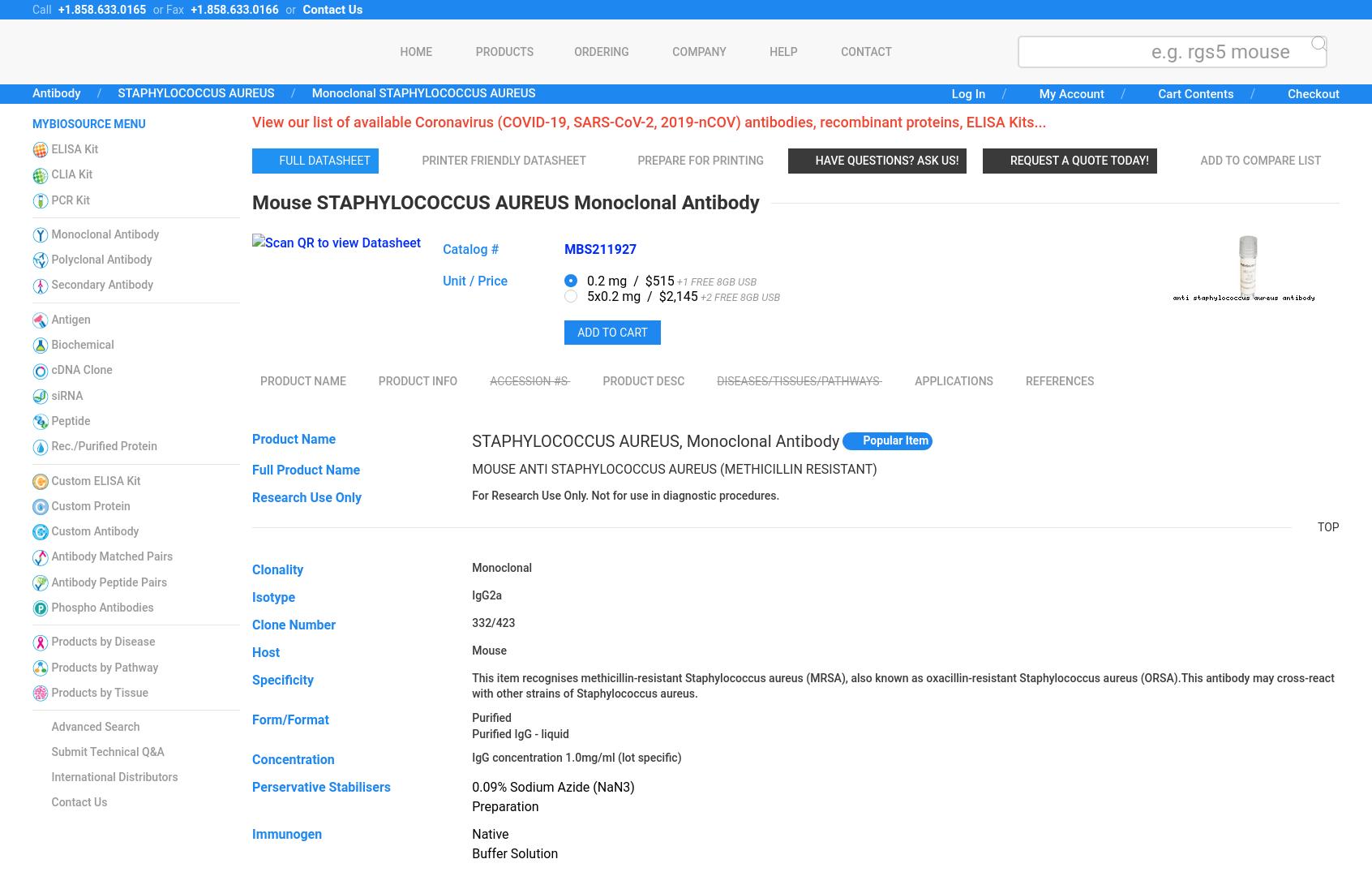 This screenshot has height=872, width=1372. What do you see at coordinates (601, 380) in the screenshot?
I see `'Product Desc'` at bounding box center [601, 380].